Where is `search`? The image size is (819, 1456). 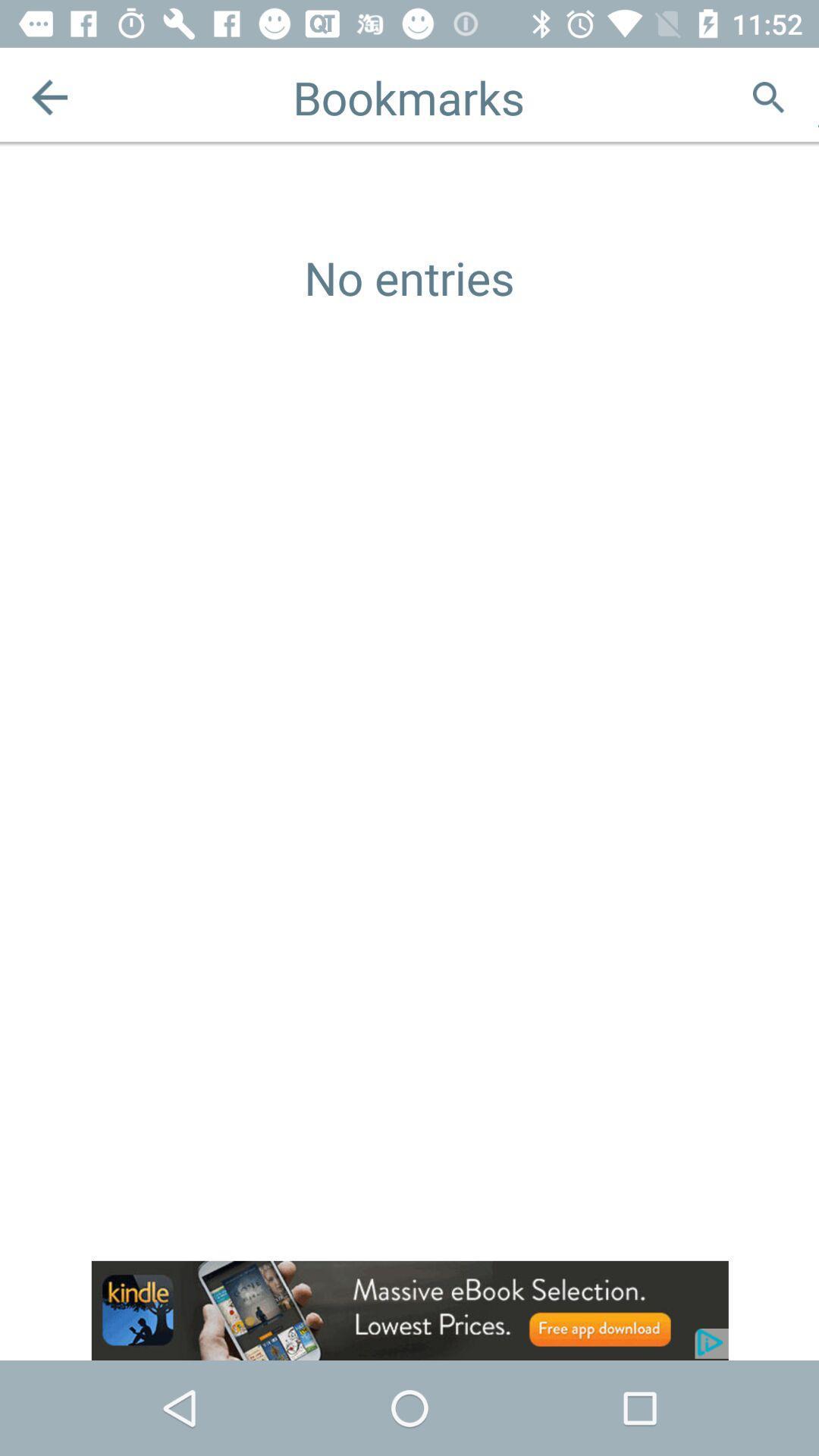 search is located at coordinates (768, 96).